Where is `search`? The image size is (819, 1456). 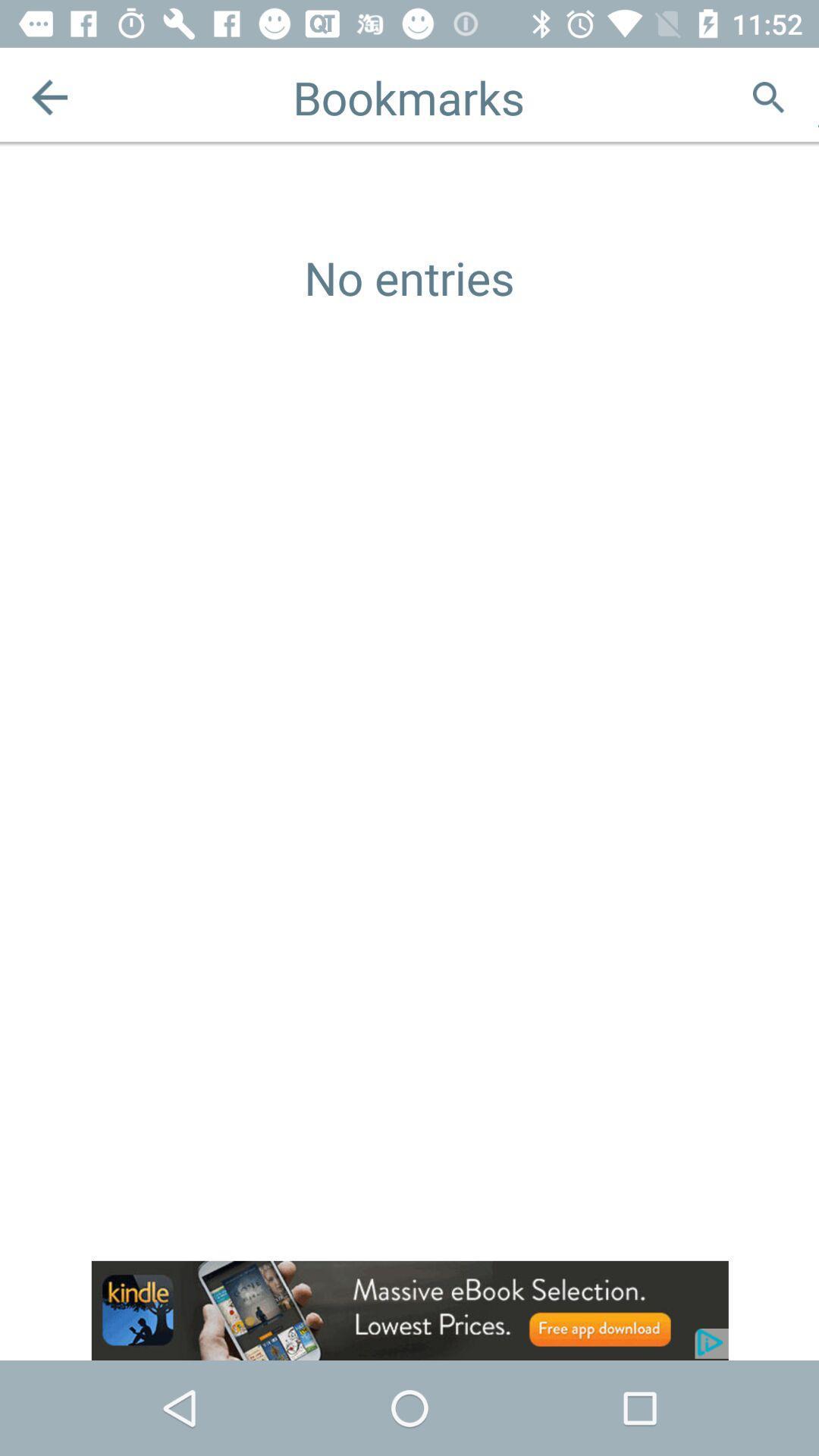 search is located at coordinates (768, 96).